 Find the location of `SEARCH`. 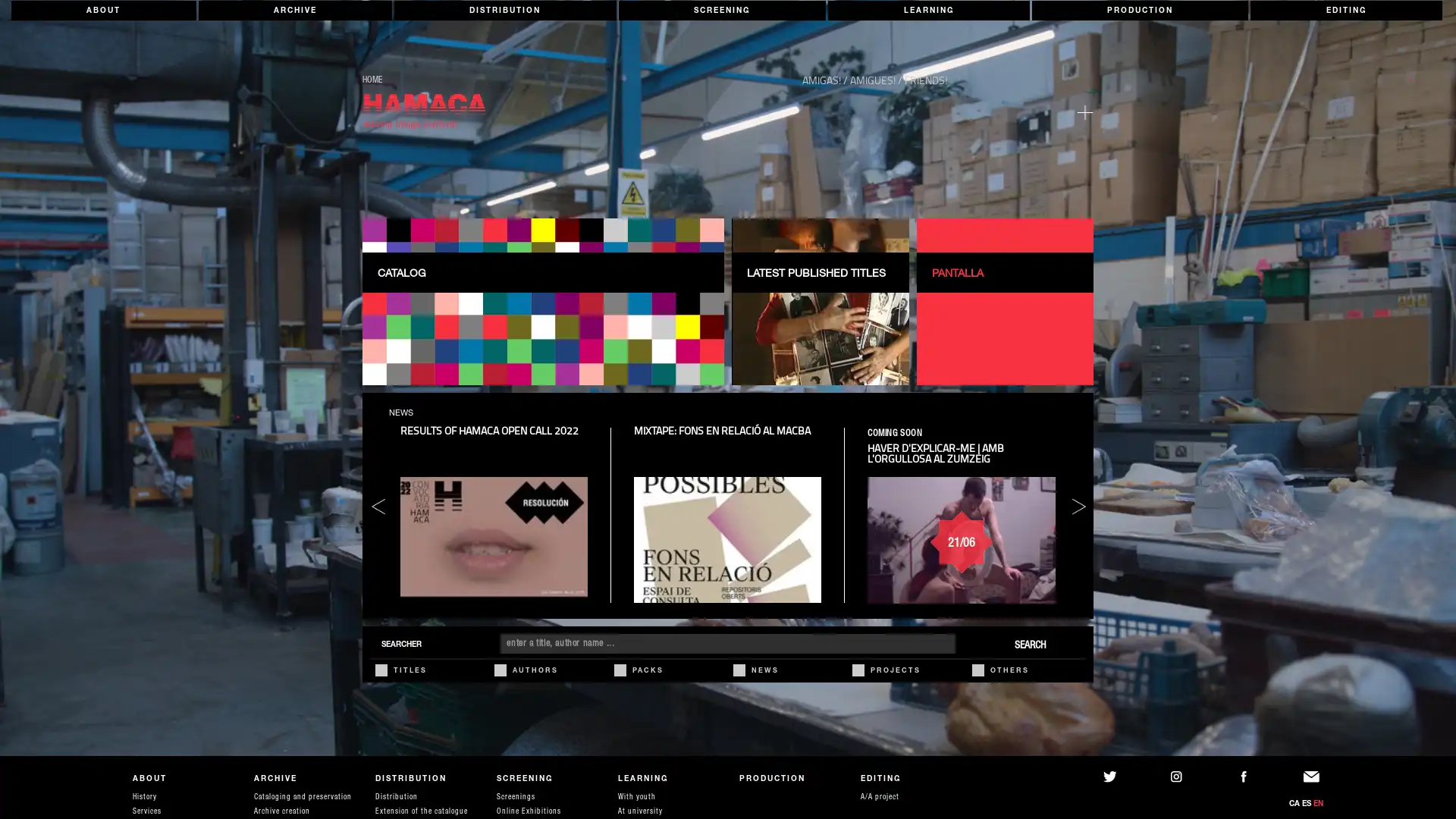

SEARCH is located at coordinates (1026, 645).